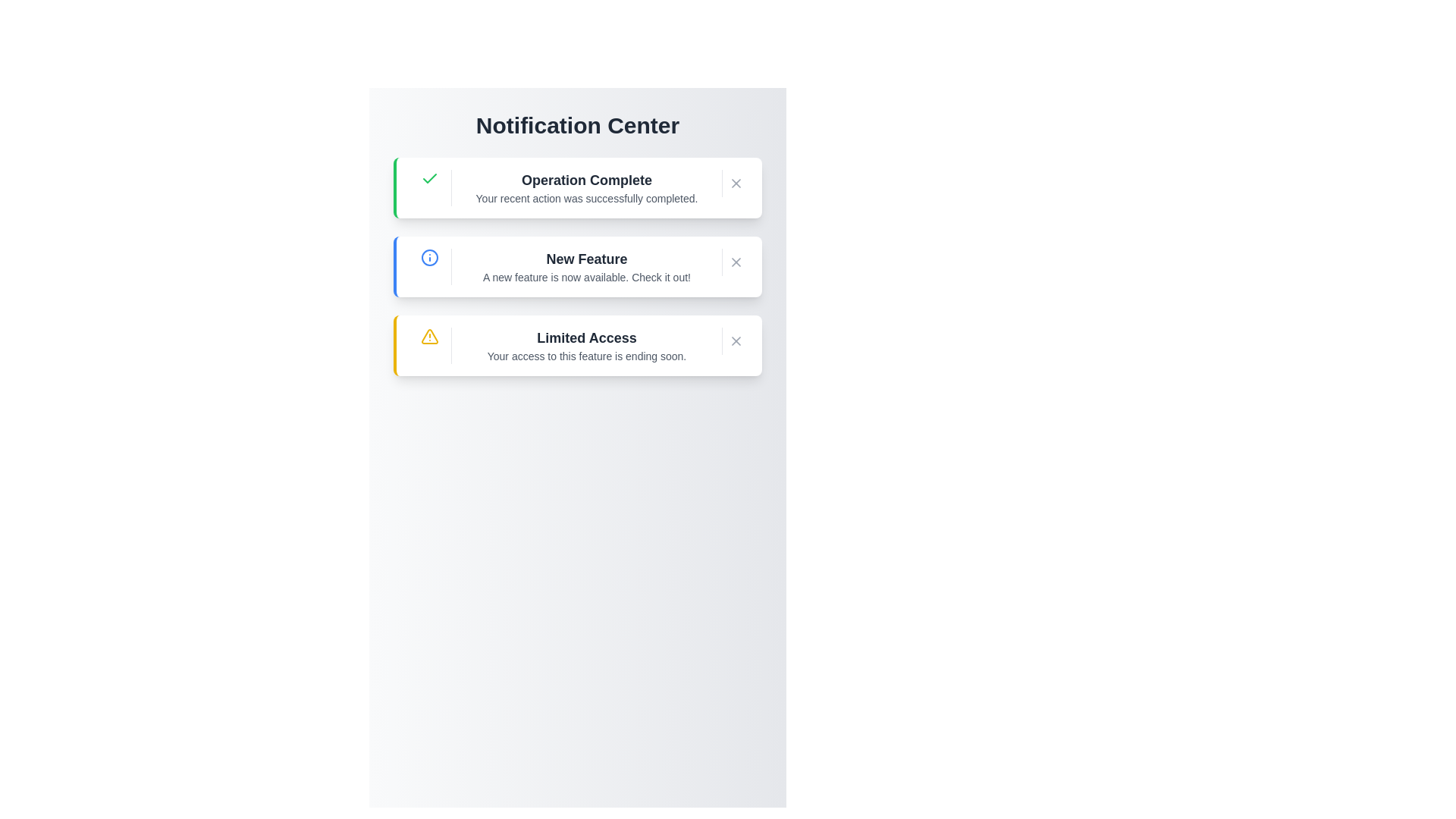 The width and height of the screenshot is (1456, 819). Describe the element at coordinates (585, 337) in the screenshot. I see `title text of the notification card located in the third row of the Notification Center` at that location.